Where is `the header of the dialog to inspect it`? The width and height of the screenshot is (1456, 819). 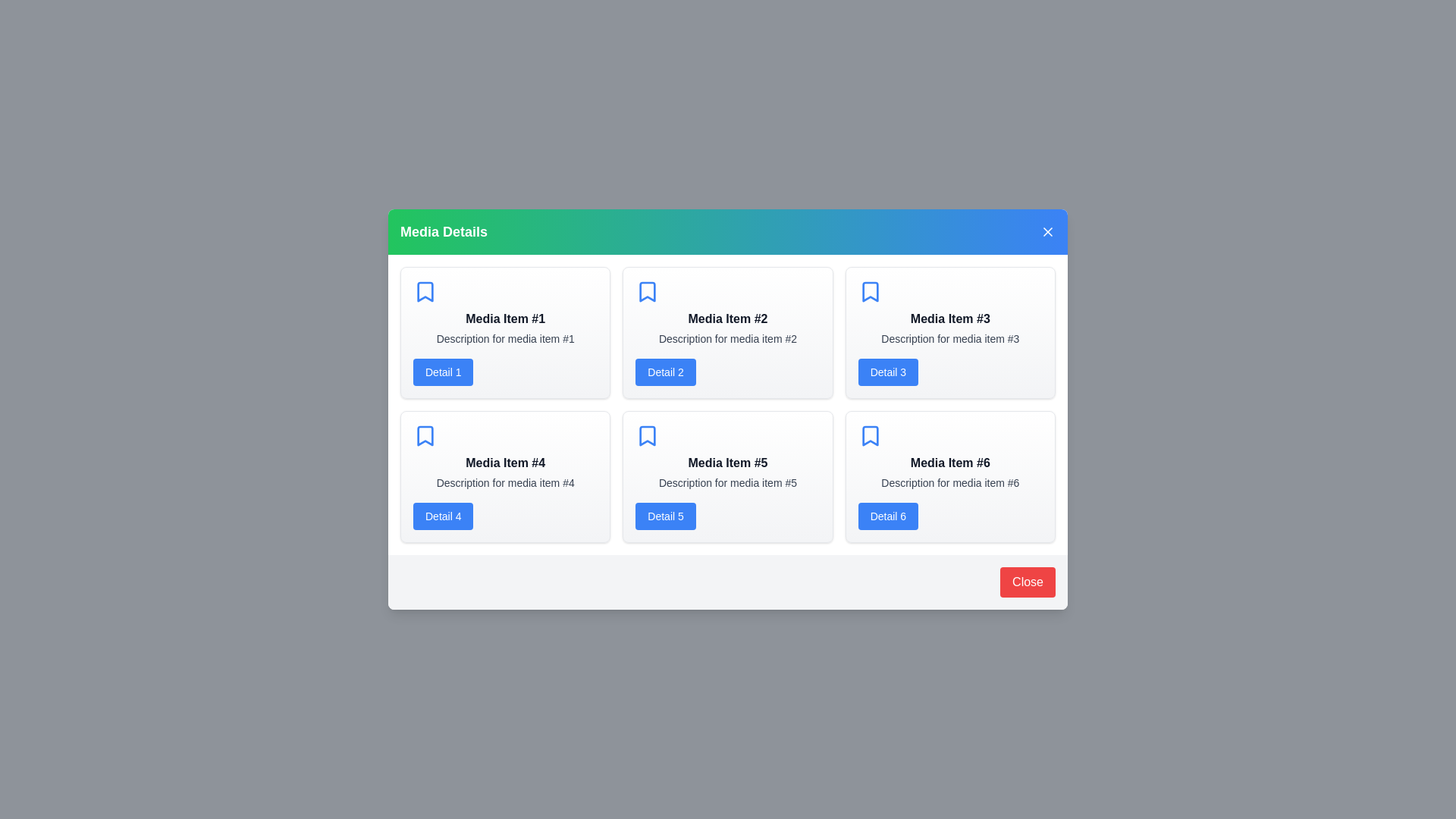
the header of the dialog to inspect it is located at coordinates (728, 231).